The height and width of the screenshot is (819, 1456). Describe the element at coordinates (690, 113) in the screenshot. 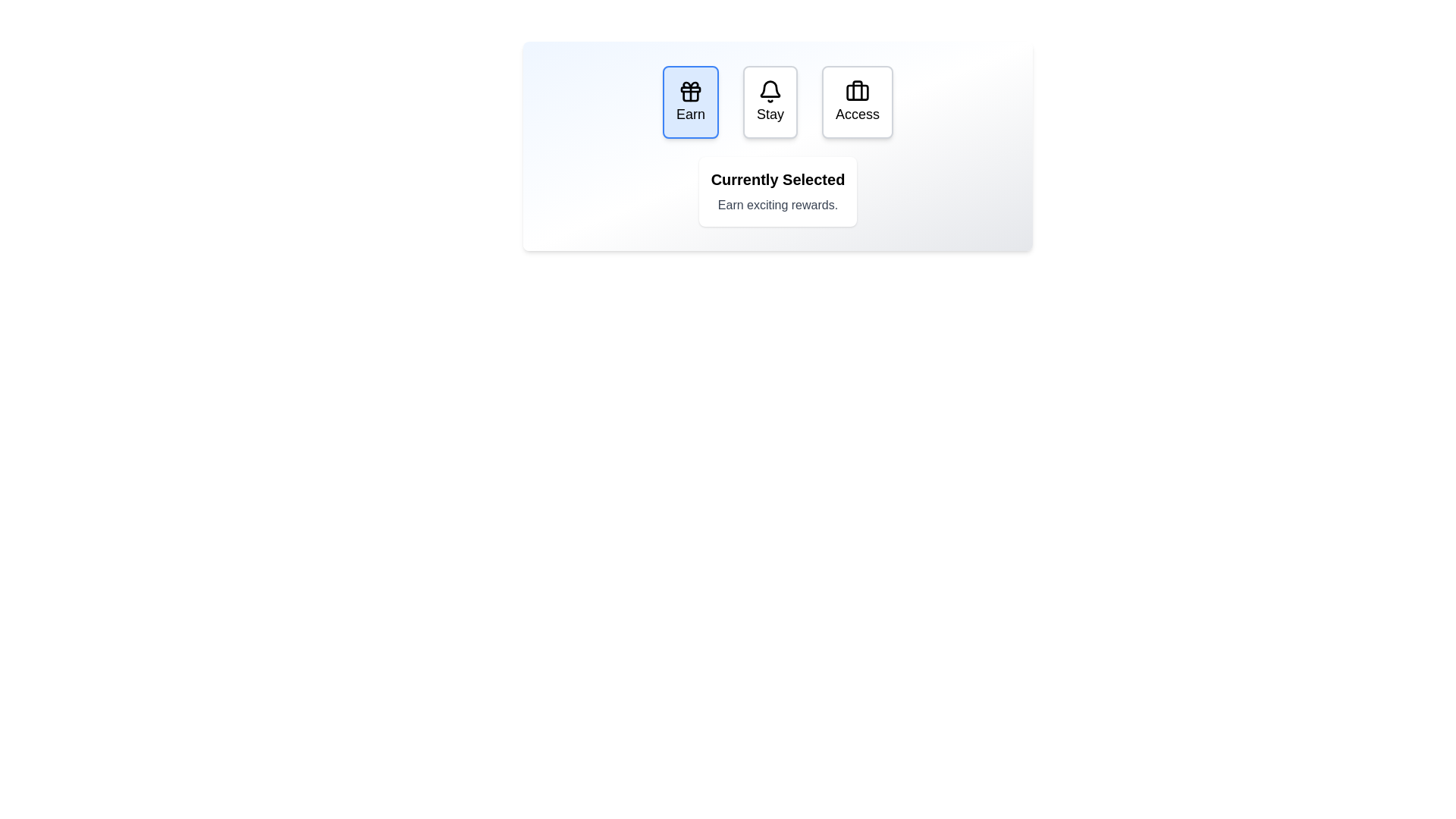

I see `the 'Earn' text label located under the gift icon in the first of three horizontally aligned interactive options` at that location.